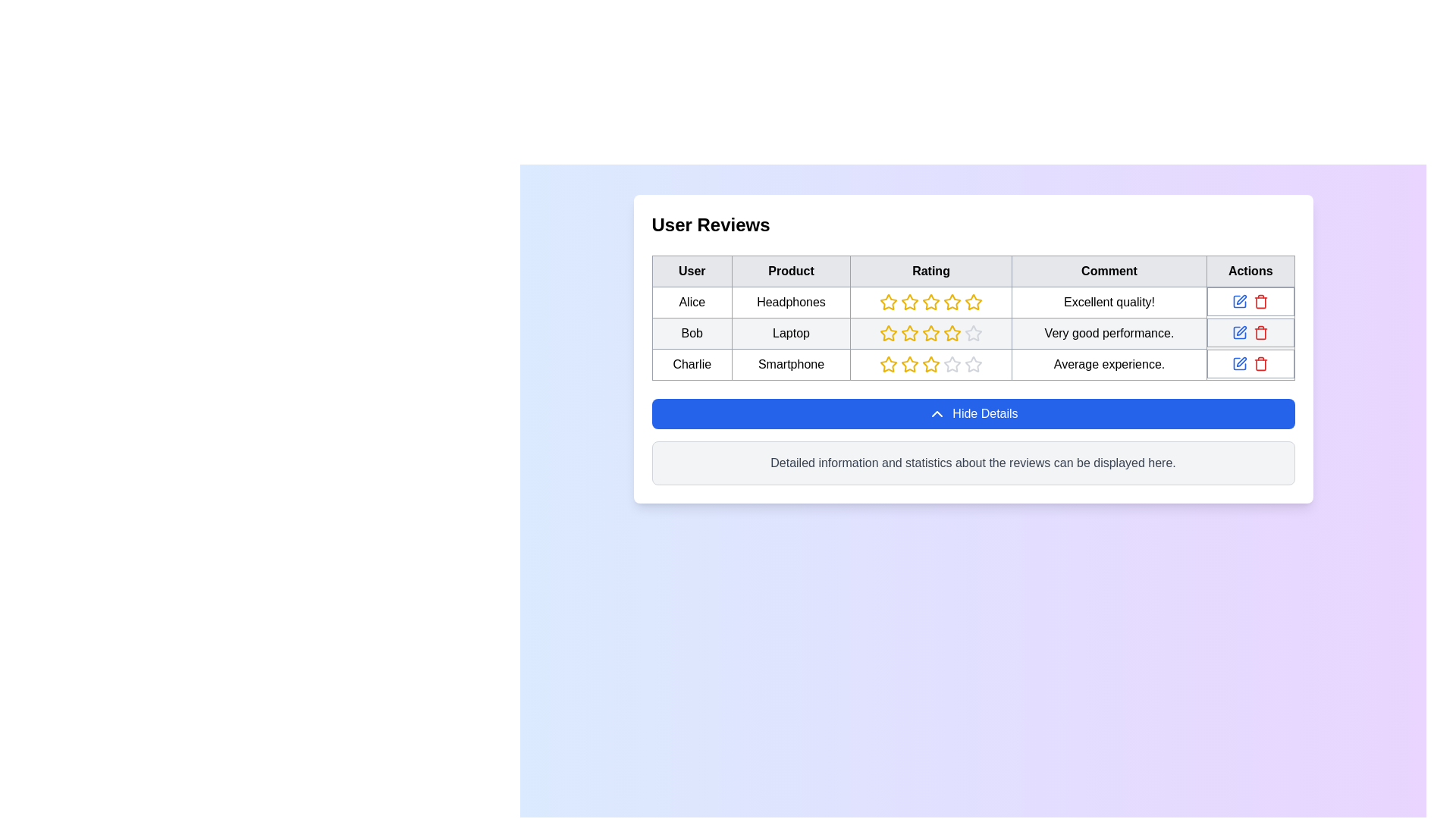 The height and width of the screenshot is (819, 1456). Describe the element at coordinates (952, 332) in the screenshot. I see `the fourth rating star icon in the 5-star rating system for the product 'Laptop' reviewed by 'Bob'` at that location.